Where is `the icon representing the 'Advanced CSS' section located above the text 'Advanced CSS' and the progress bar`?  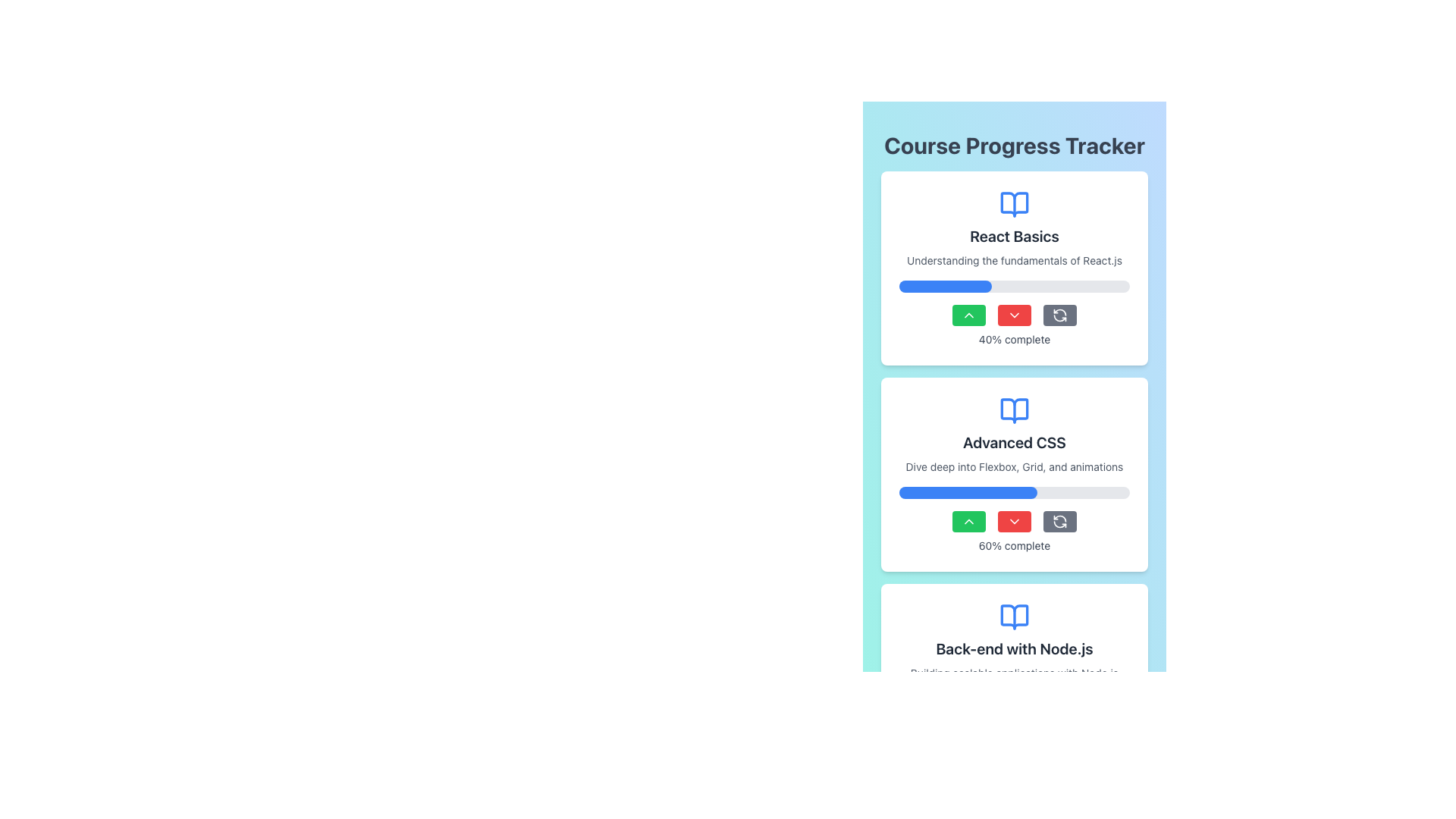 the icon representing the 'Advanced CSS' section located above the text 'Advanced CSS' and the progress bar is located at coordinates (1015, 411).